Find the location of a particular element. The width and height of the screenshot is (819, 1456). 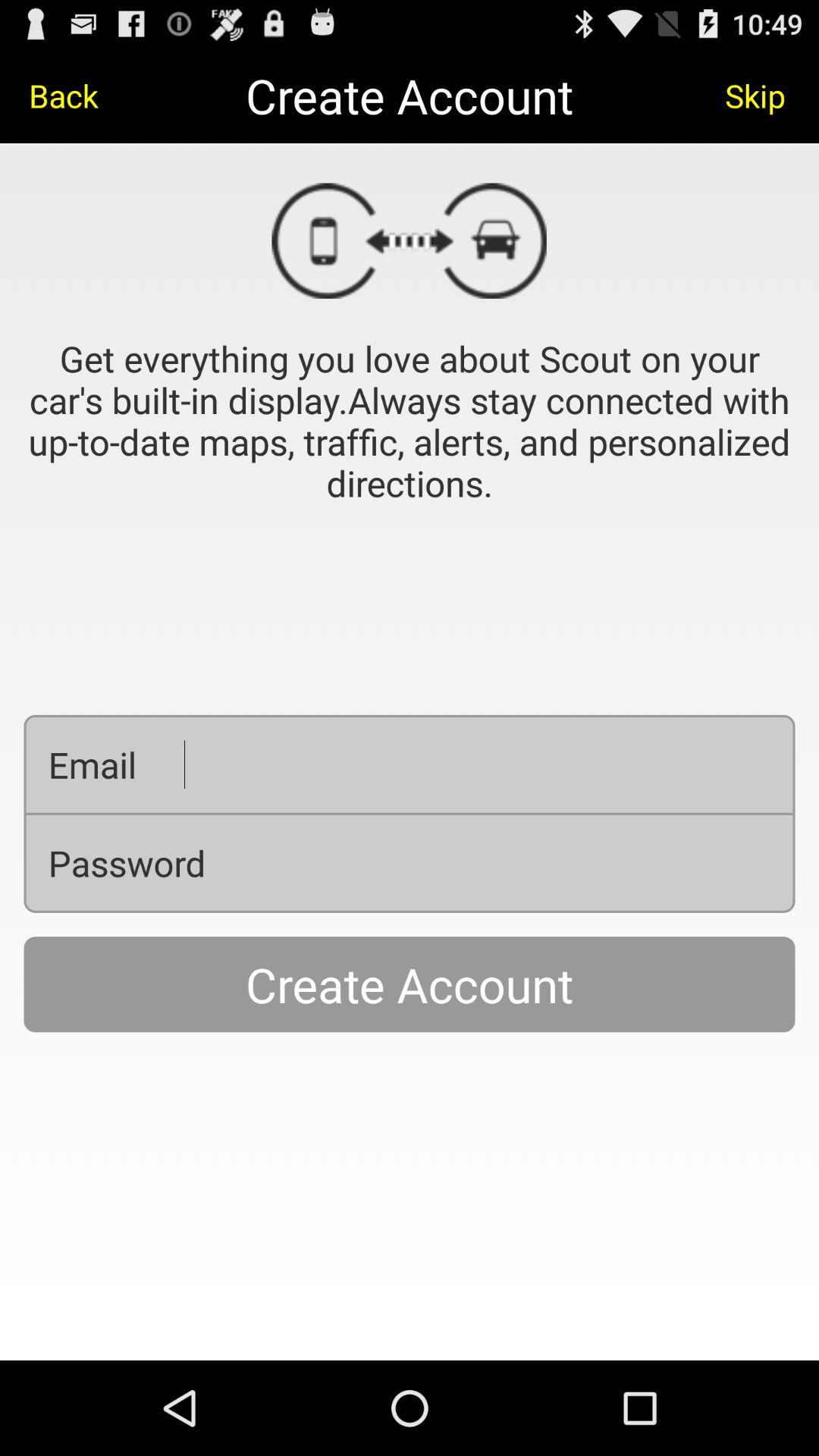

it is used to create an email account is located at coordinates (476, 764).